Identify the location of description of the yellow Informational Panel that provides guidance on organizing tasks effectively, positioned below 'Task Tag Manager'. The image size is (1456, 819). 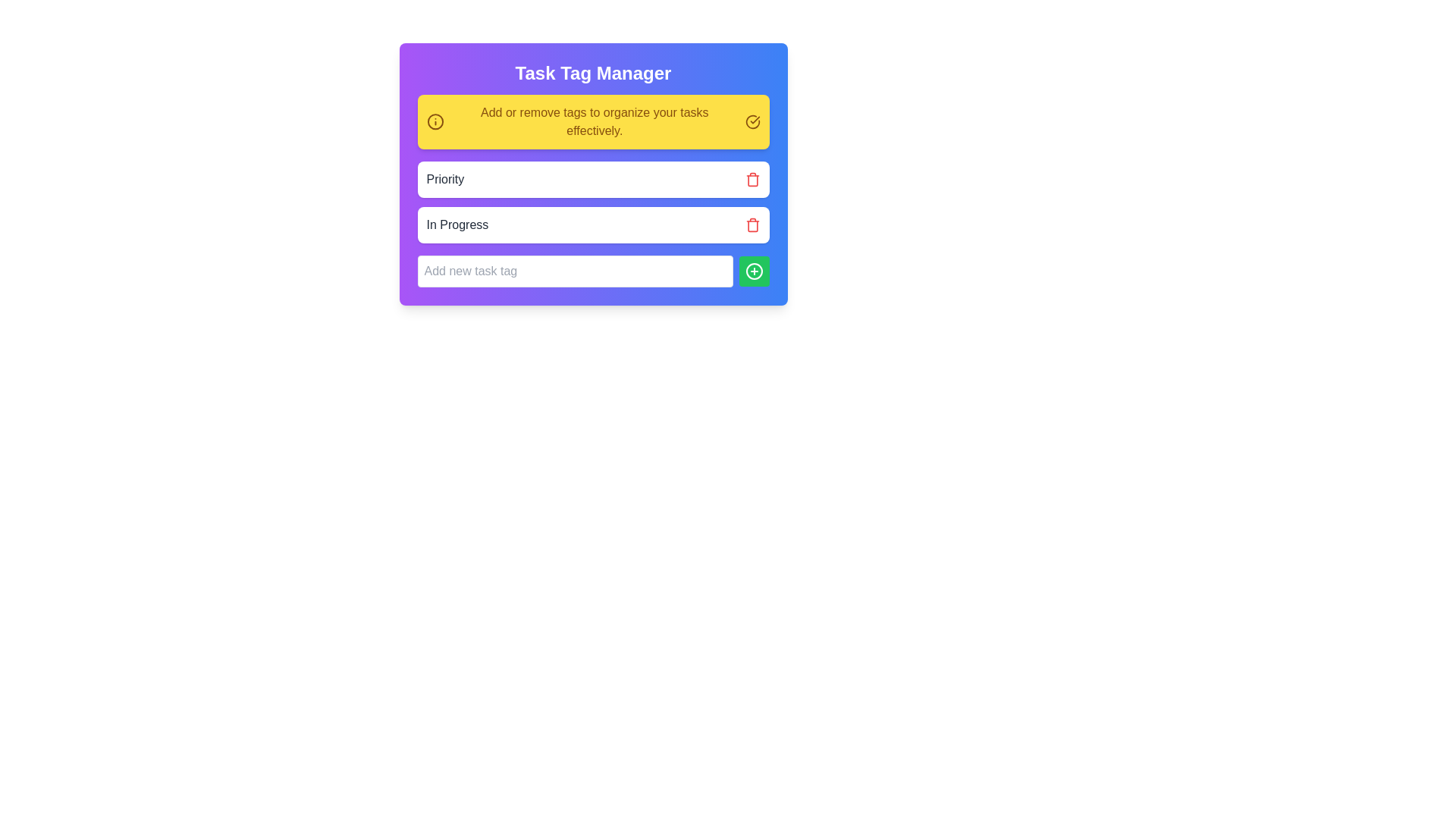
(592, 121).